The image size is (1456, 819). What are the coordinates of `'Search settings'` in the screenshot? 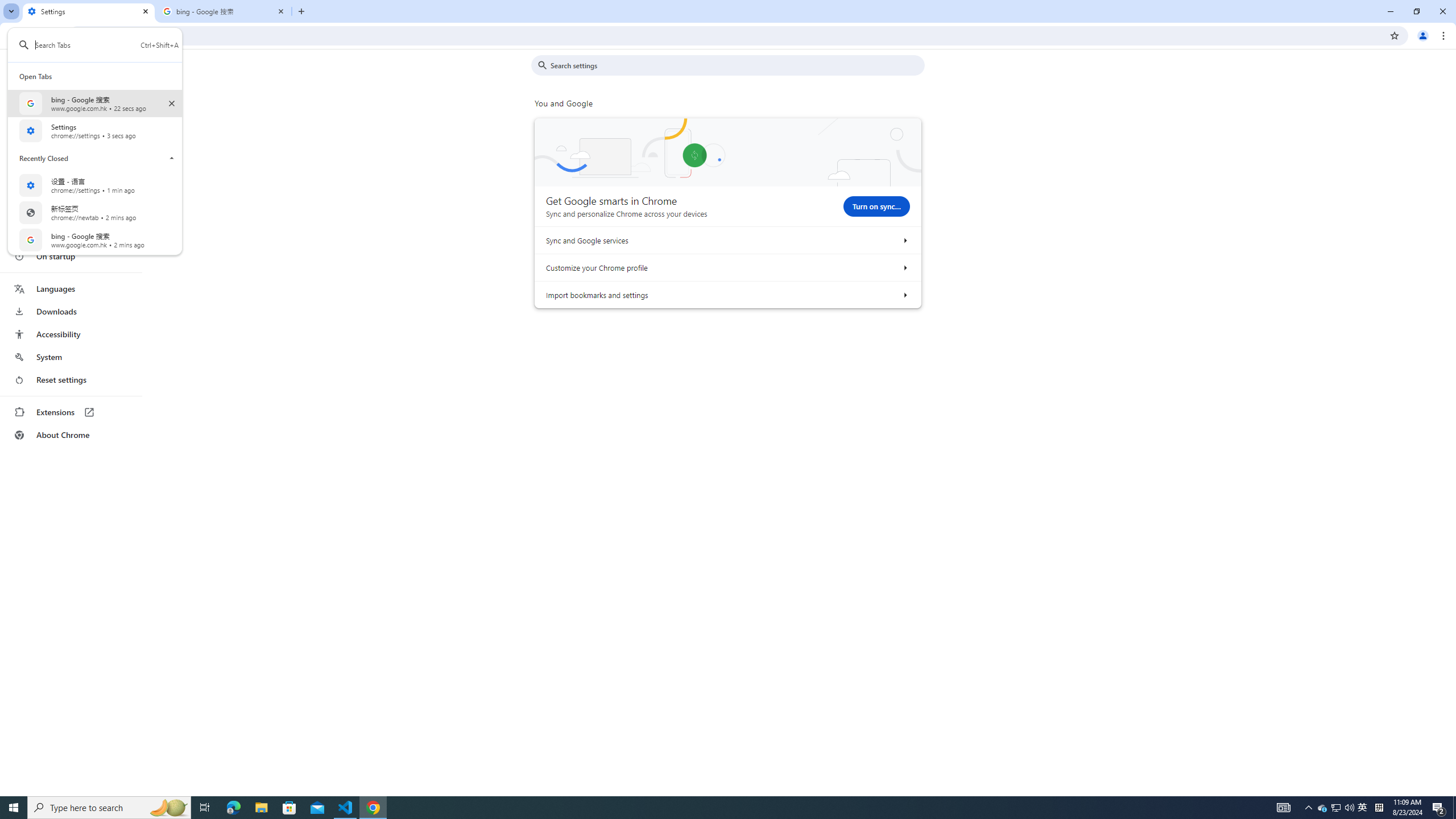 It's located at (735, 65).